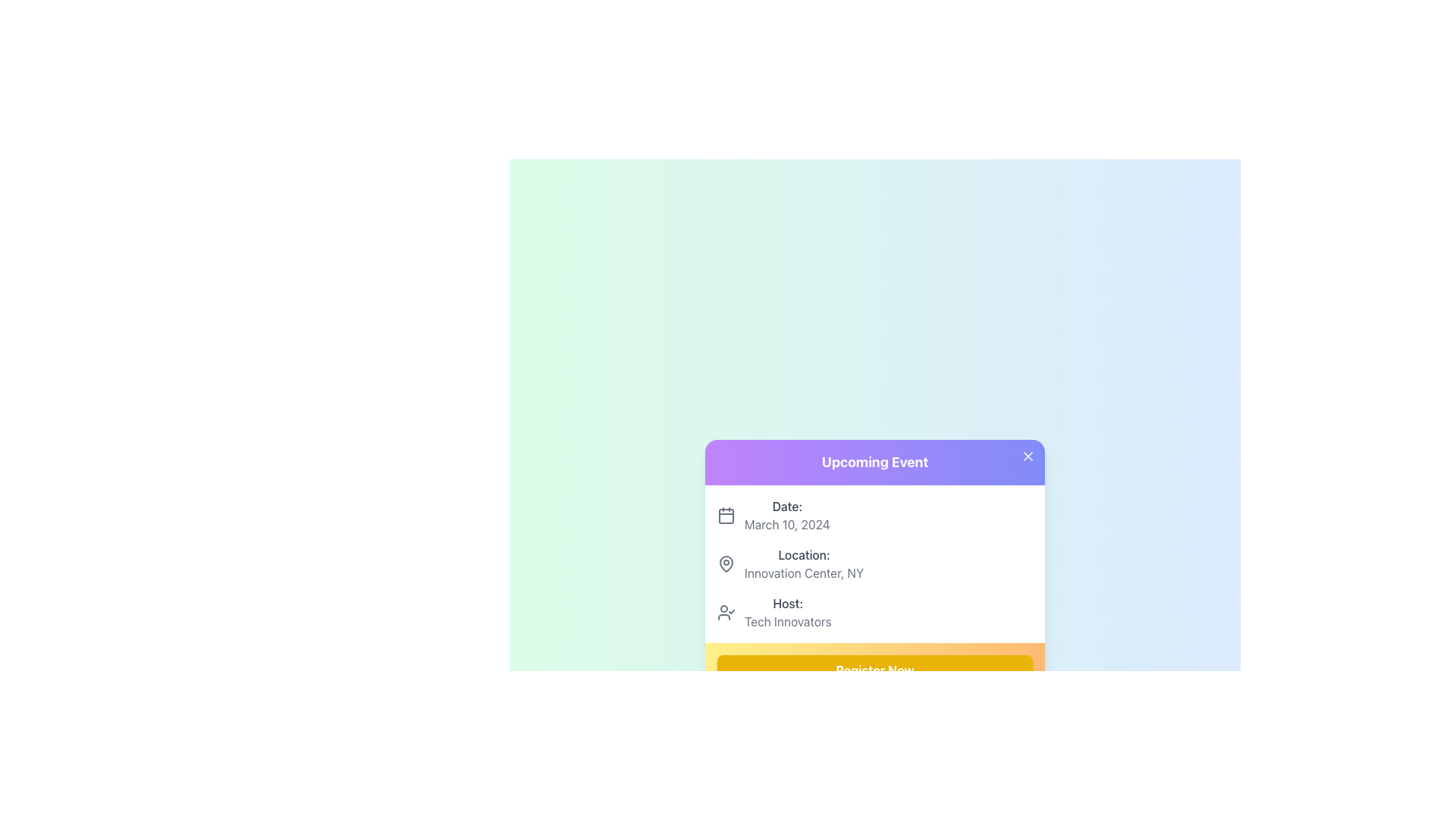  Describe the element at coordinates (788, 602) in the screenshot. I see `the text label that indicates the host information, labeled 'Tech Innovators', located at the upper part of the event information card` at that location.